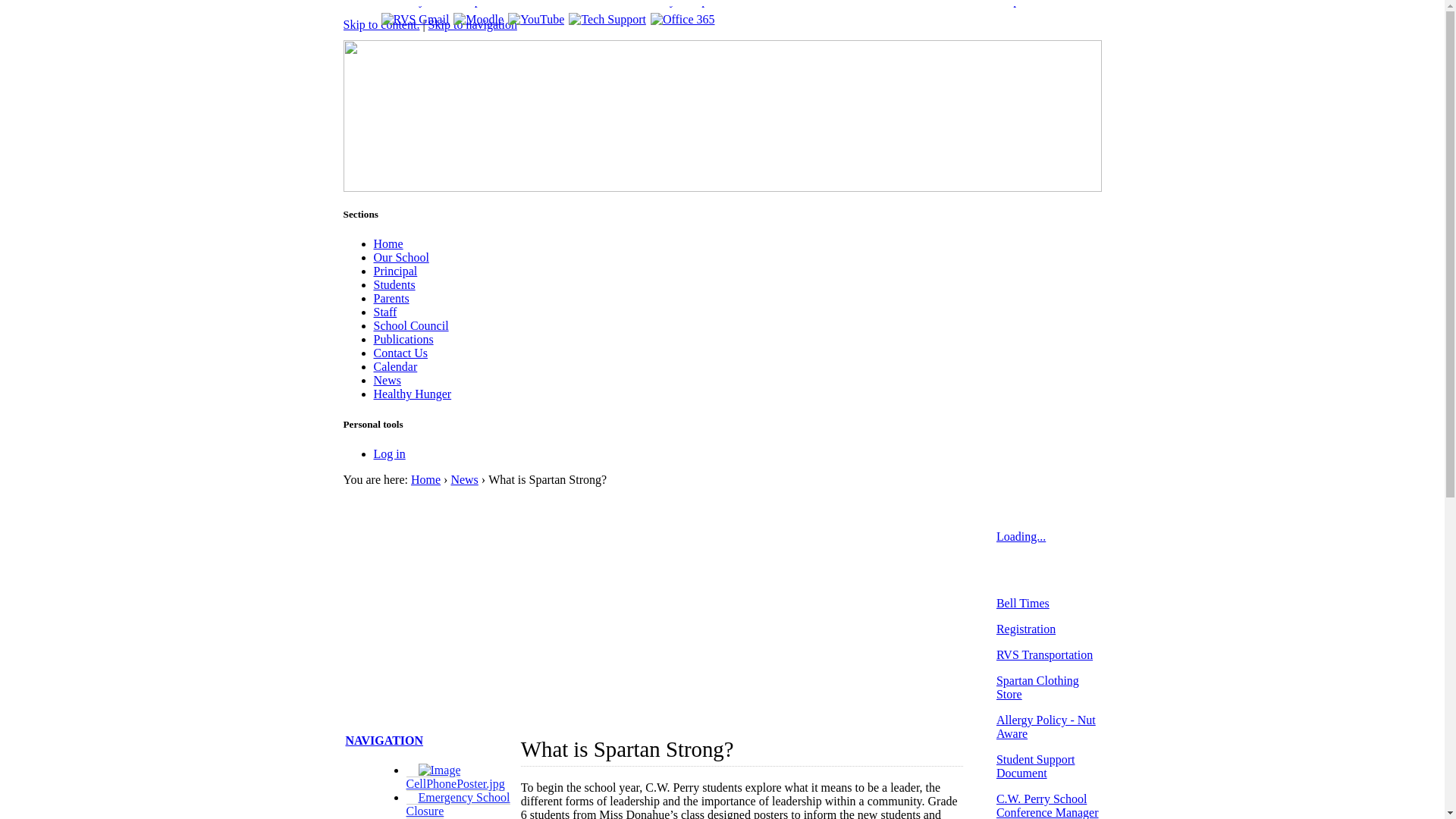 The width and height of the screenshot is (1456, 819). Describe the element at coordinates (1022, 602) in the screenshot. I see `'Bell Times'` at that location.